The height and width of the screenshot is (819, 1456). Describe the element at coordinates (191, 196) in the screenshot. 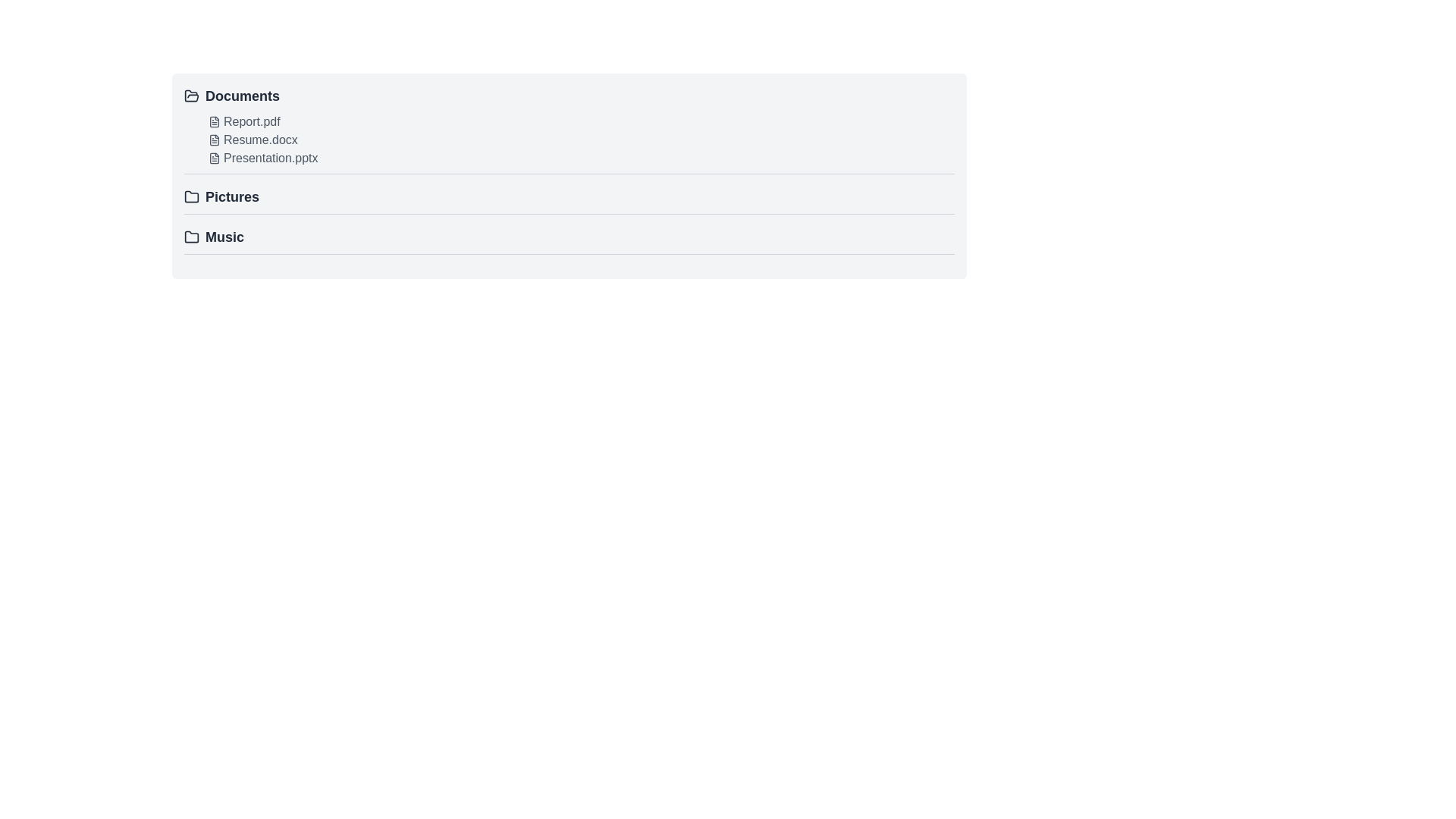

I see `the visual indicator icon for the 'Pictures' folder` at that location.